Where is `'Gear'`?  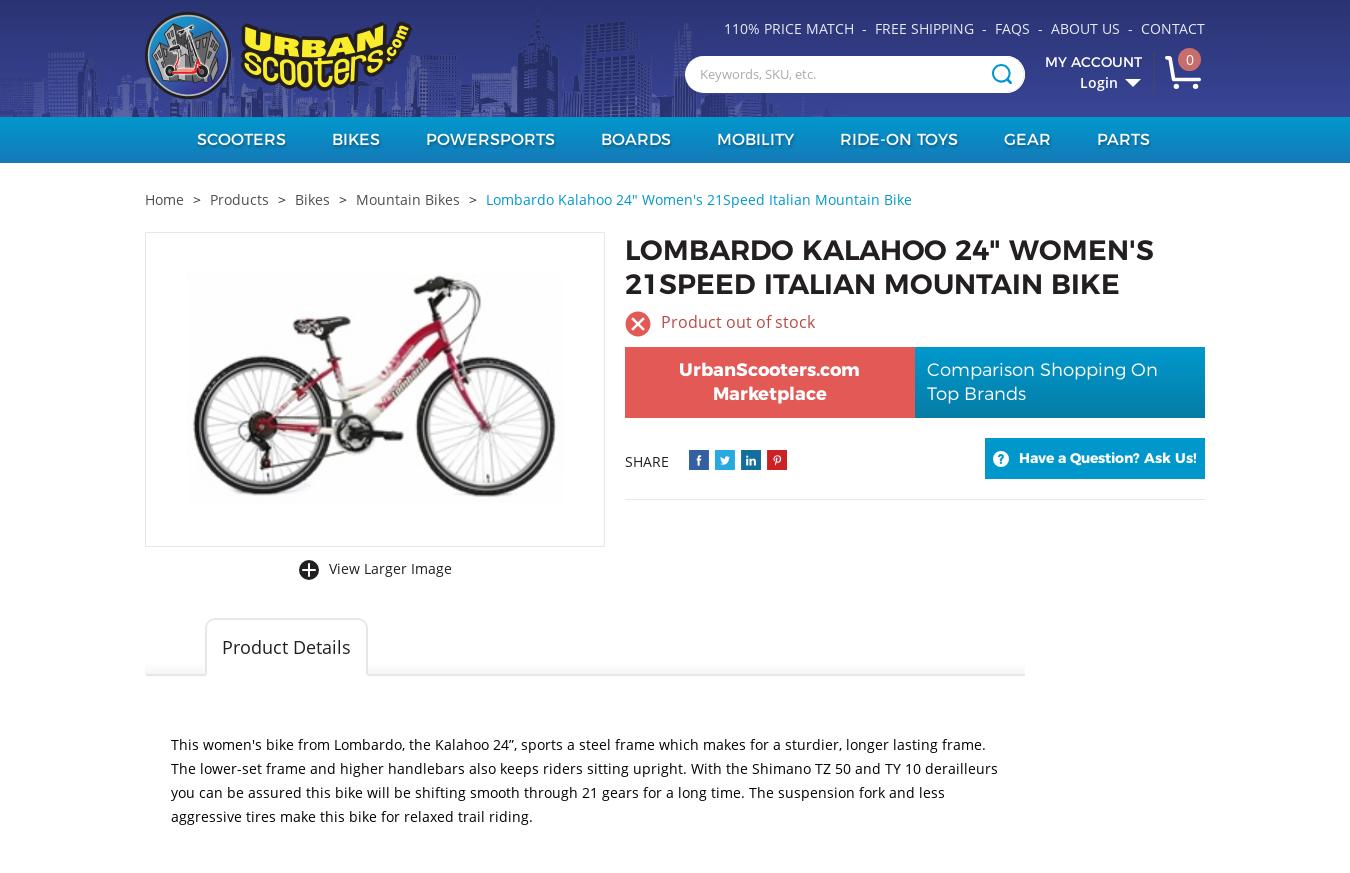 'Gear' is located at coordinates (1026, 139).